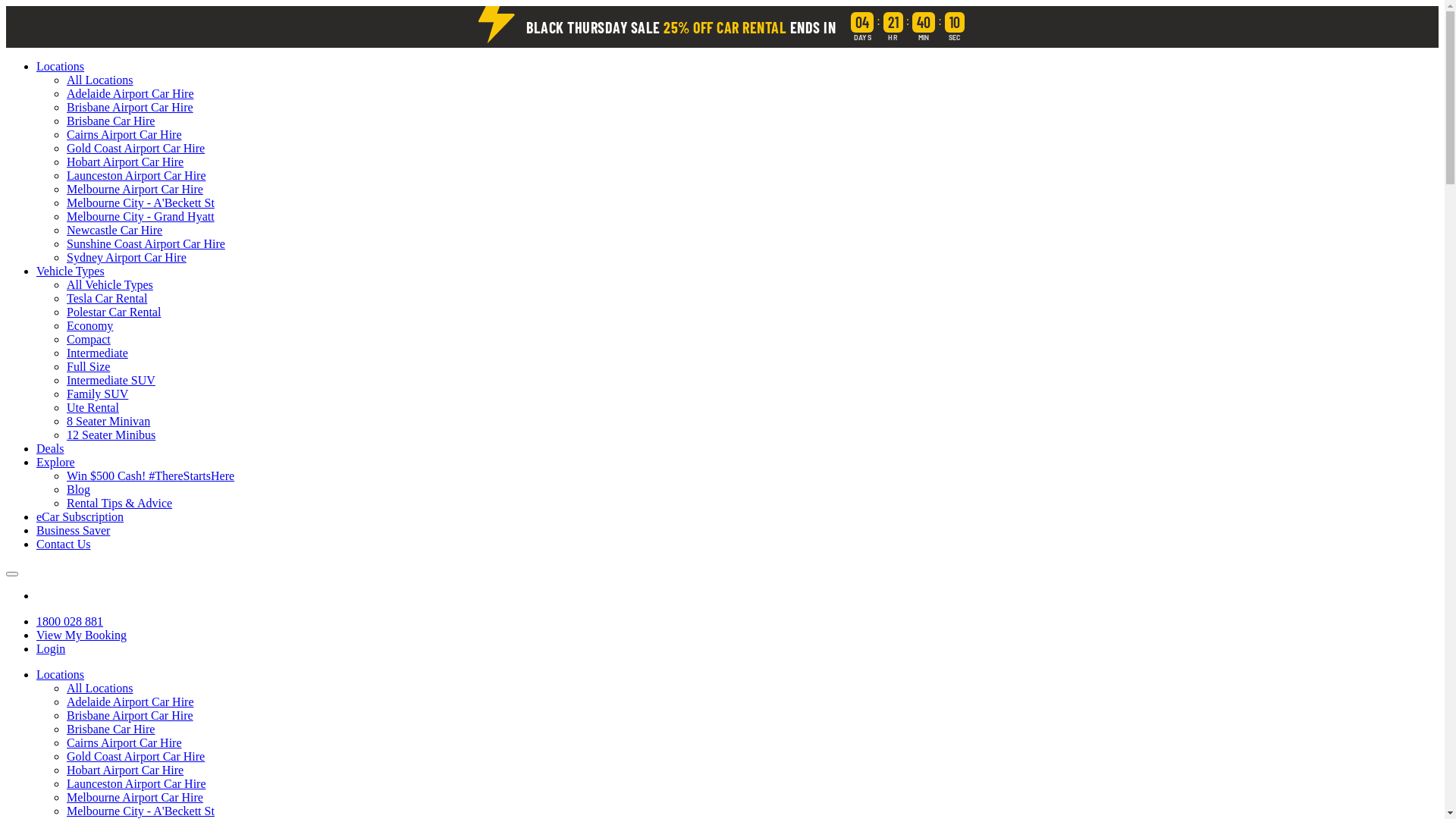 Image resolution: width=1456 pixels, height=819 pixels. I want to click on 'Blog', so click(65, 489).